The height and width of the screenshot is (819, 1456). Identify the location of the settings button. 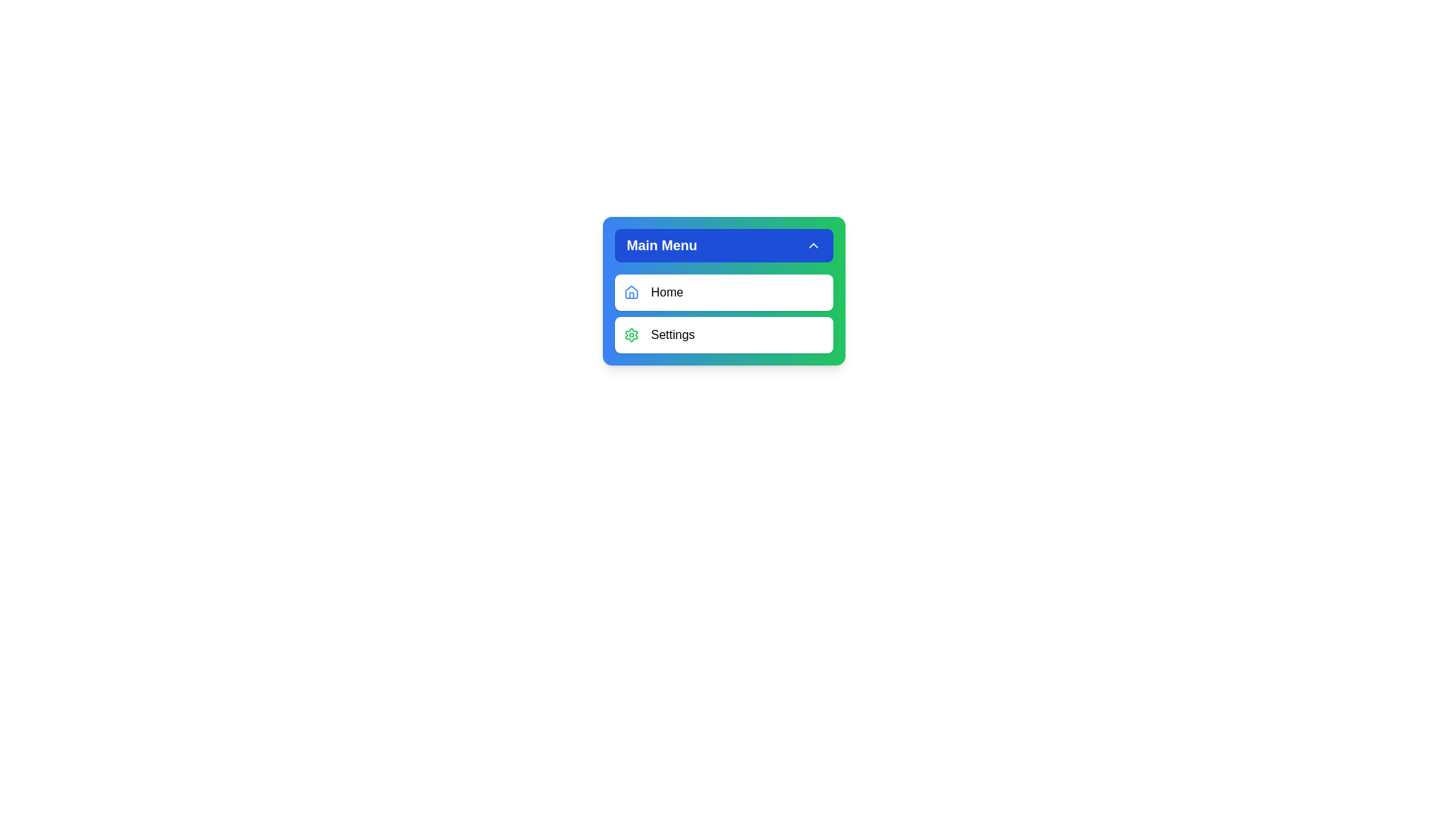
(723, 334).